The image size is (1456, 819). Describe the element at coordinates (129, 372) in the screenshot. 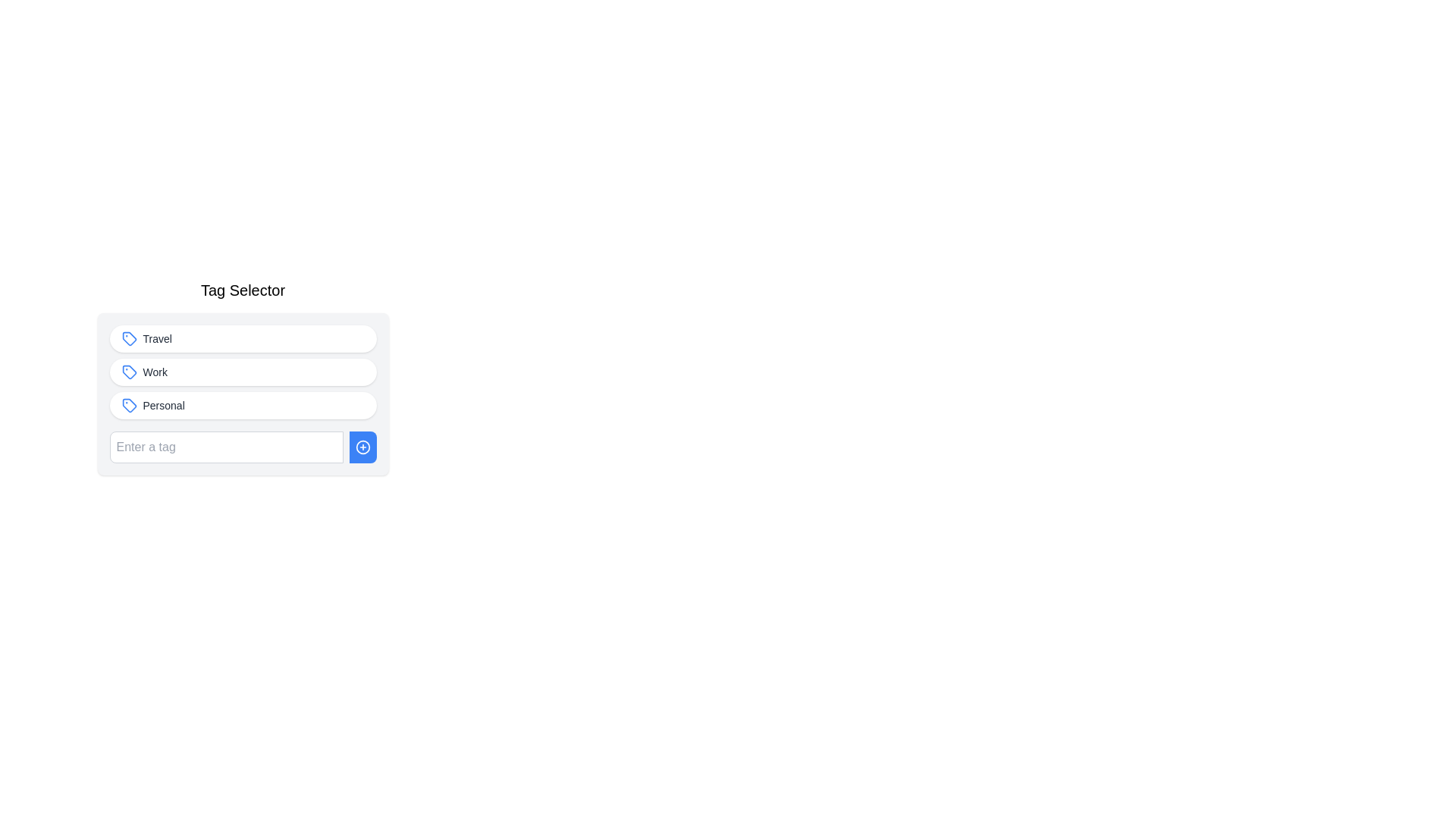

I see `the 'Work' tag icon, which is the second element in a vertical list of three tag icons within the 'Tag Selector' module` at that location.